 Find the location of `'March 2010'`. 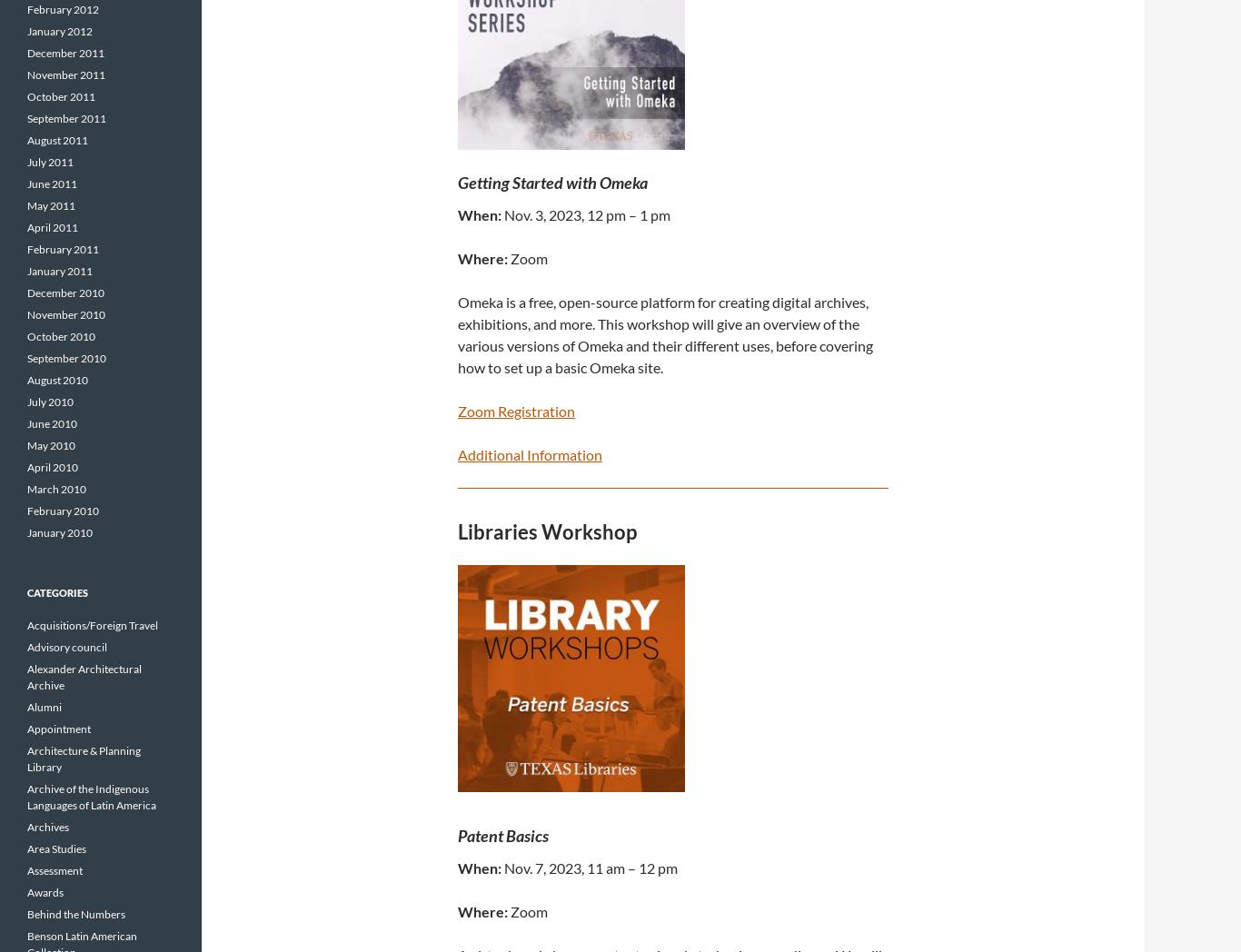

'March 2010' is located at coordinates (56, 488).